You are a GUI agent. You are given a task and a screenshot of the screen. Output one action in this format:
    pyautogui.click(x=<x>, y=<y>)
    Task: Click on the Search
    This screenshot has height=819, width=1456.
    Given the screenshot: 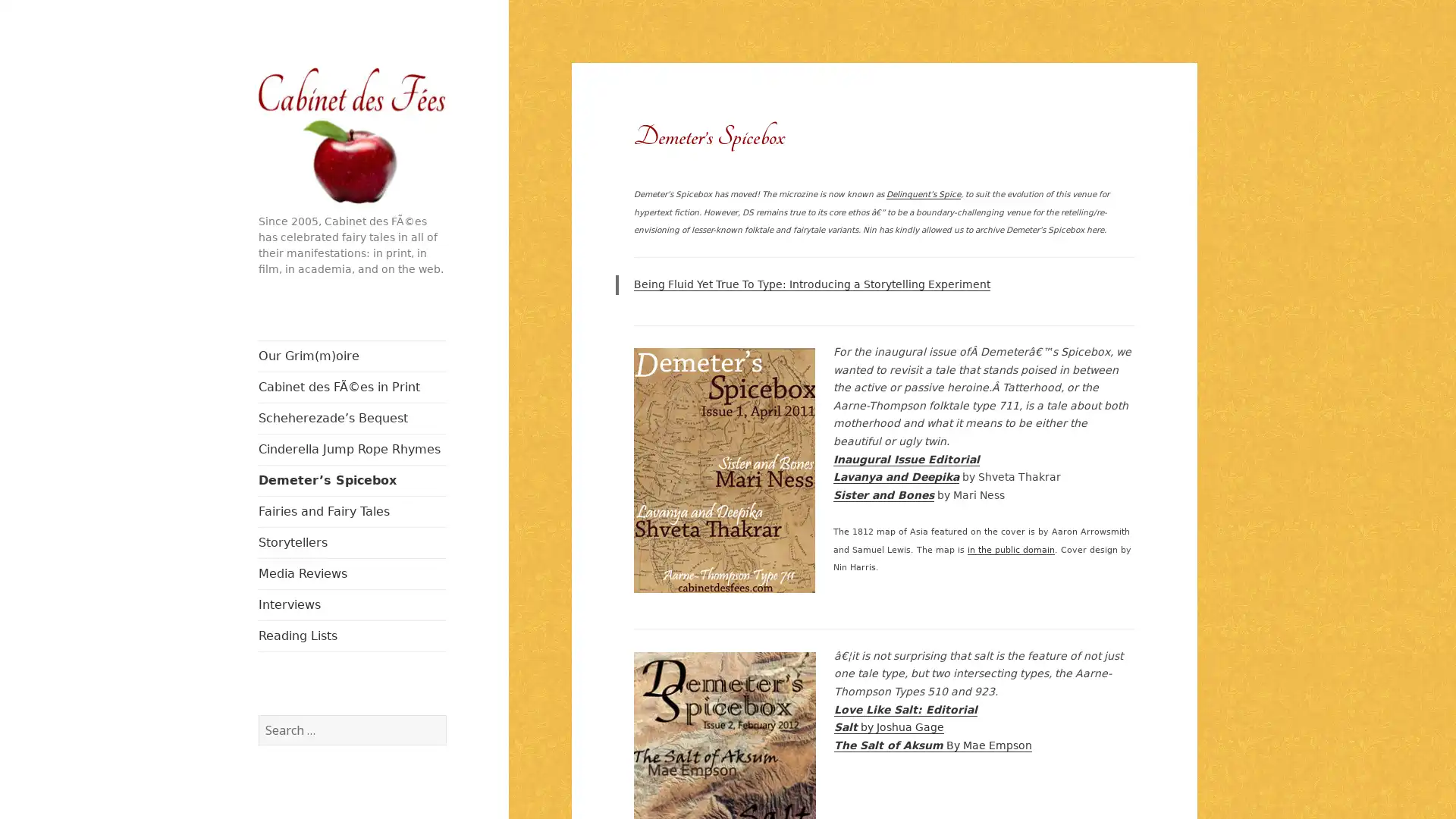 What is the action you would take?
    pyautogui.click(x=444, y=714)
    